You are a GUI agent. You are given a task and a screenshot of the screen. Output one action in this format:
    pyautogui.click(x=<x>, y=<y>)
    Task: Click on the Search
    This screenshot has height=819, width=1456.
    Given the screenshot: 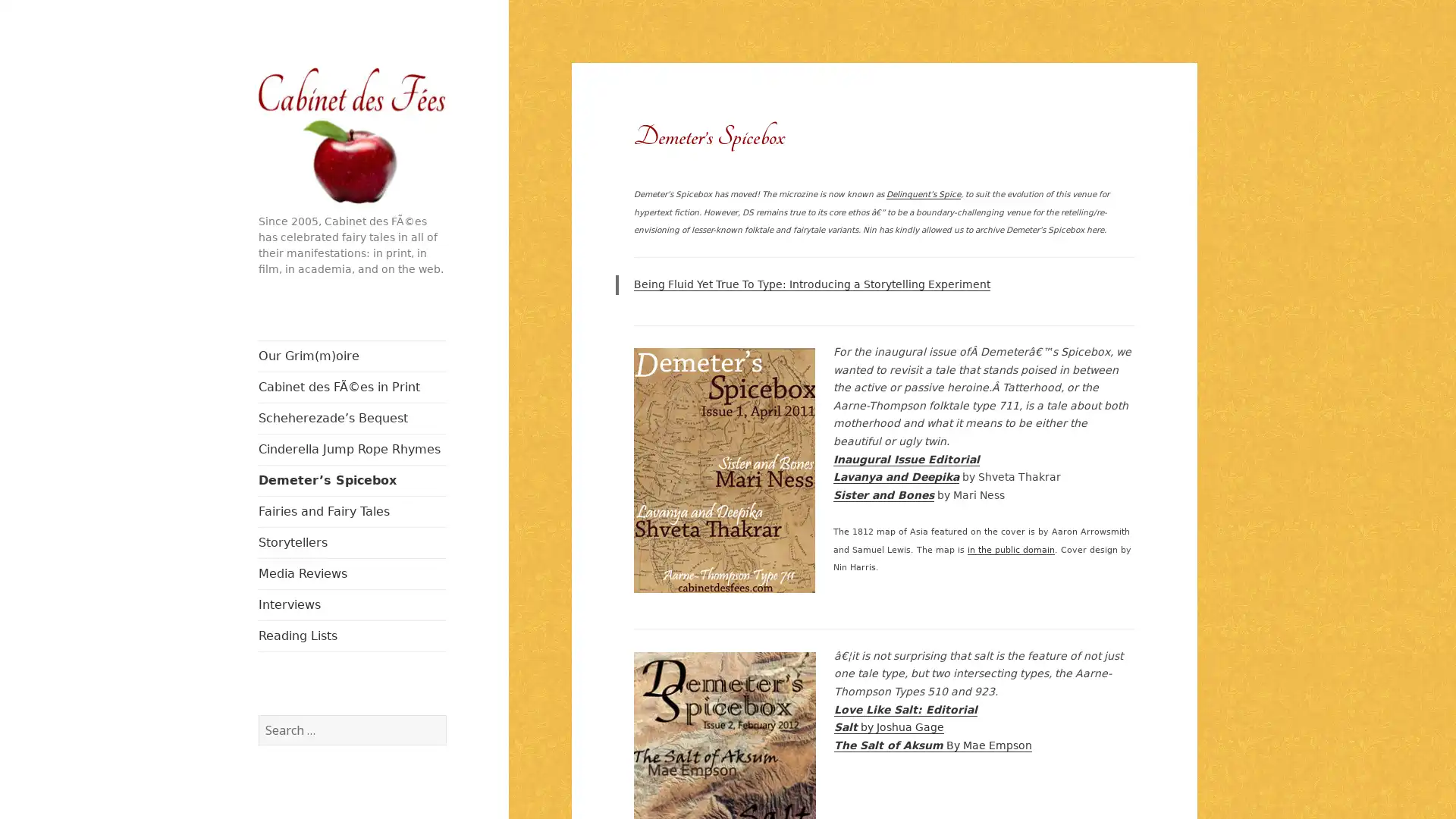 What is the action you would take?
    pyautogui.click(x=444, y=714)
    